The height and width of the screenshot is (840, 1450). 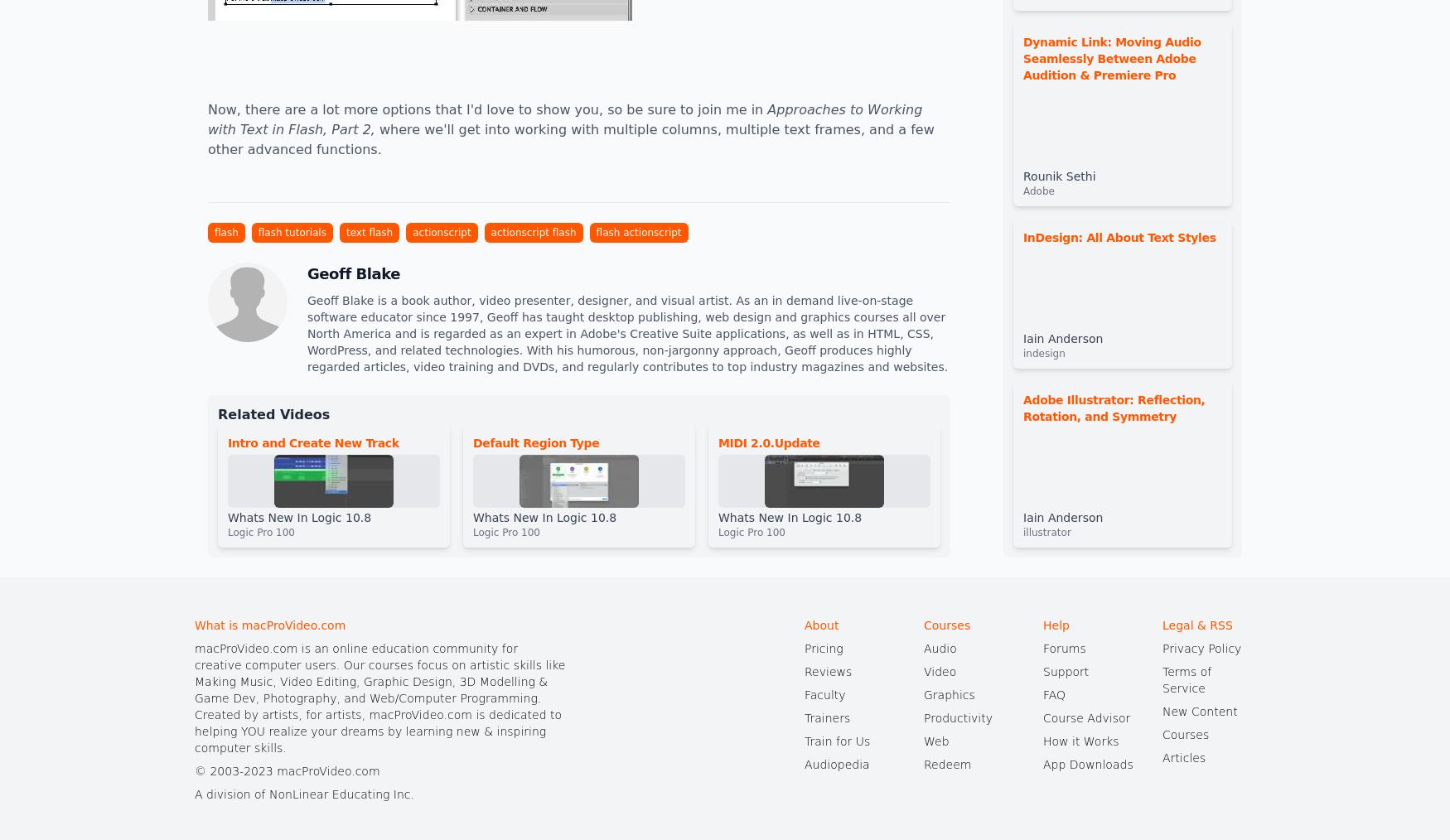 I want to click on 'Approaches to Working with Text in Flash, Part 2,', so click(x=563, y=119).